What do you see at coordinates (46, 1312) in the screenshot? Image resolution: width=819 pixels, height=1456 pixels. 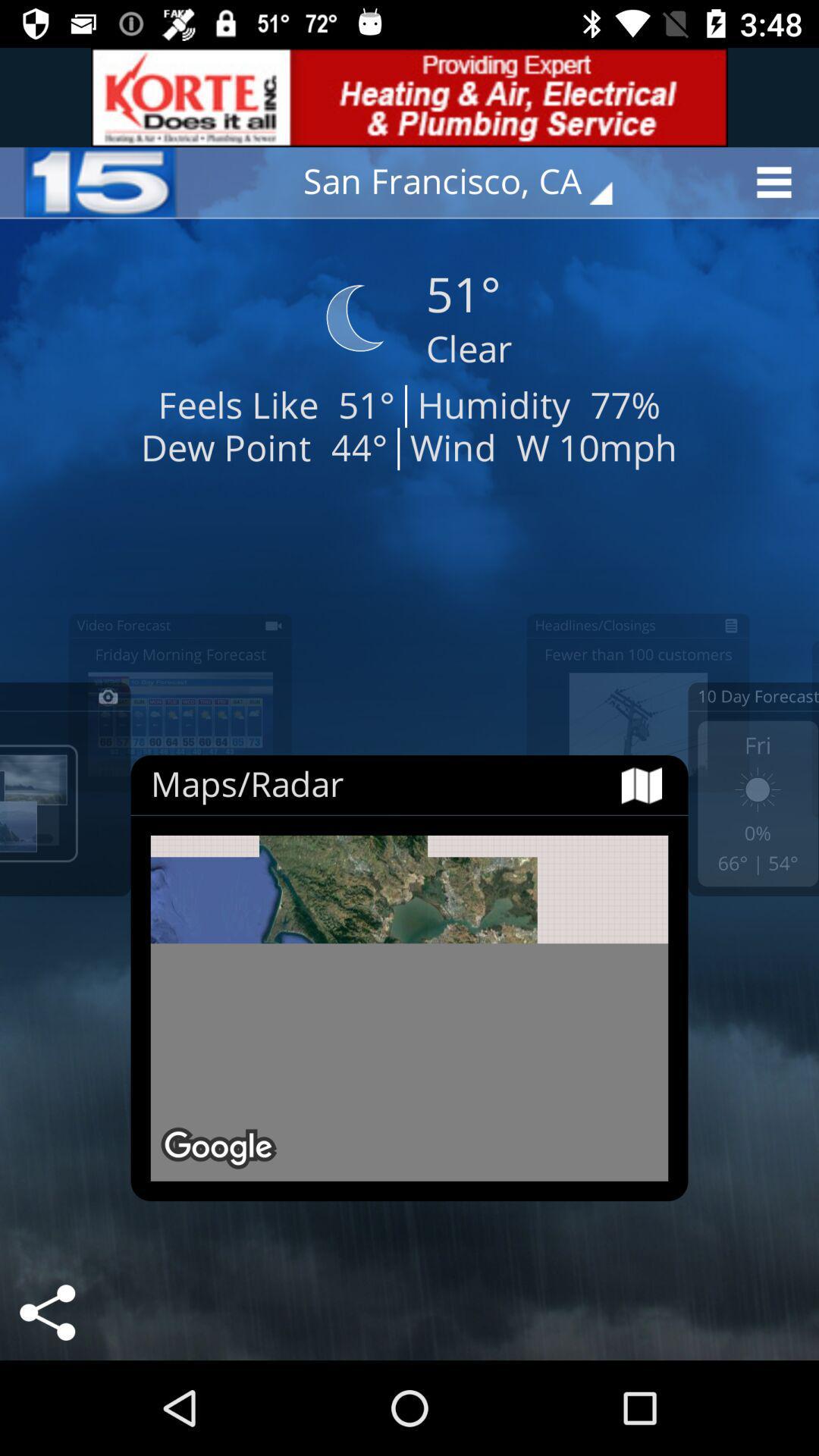 I see `the share icon` at bounding box center [46, 1312].